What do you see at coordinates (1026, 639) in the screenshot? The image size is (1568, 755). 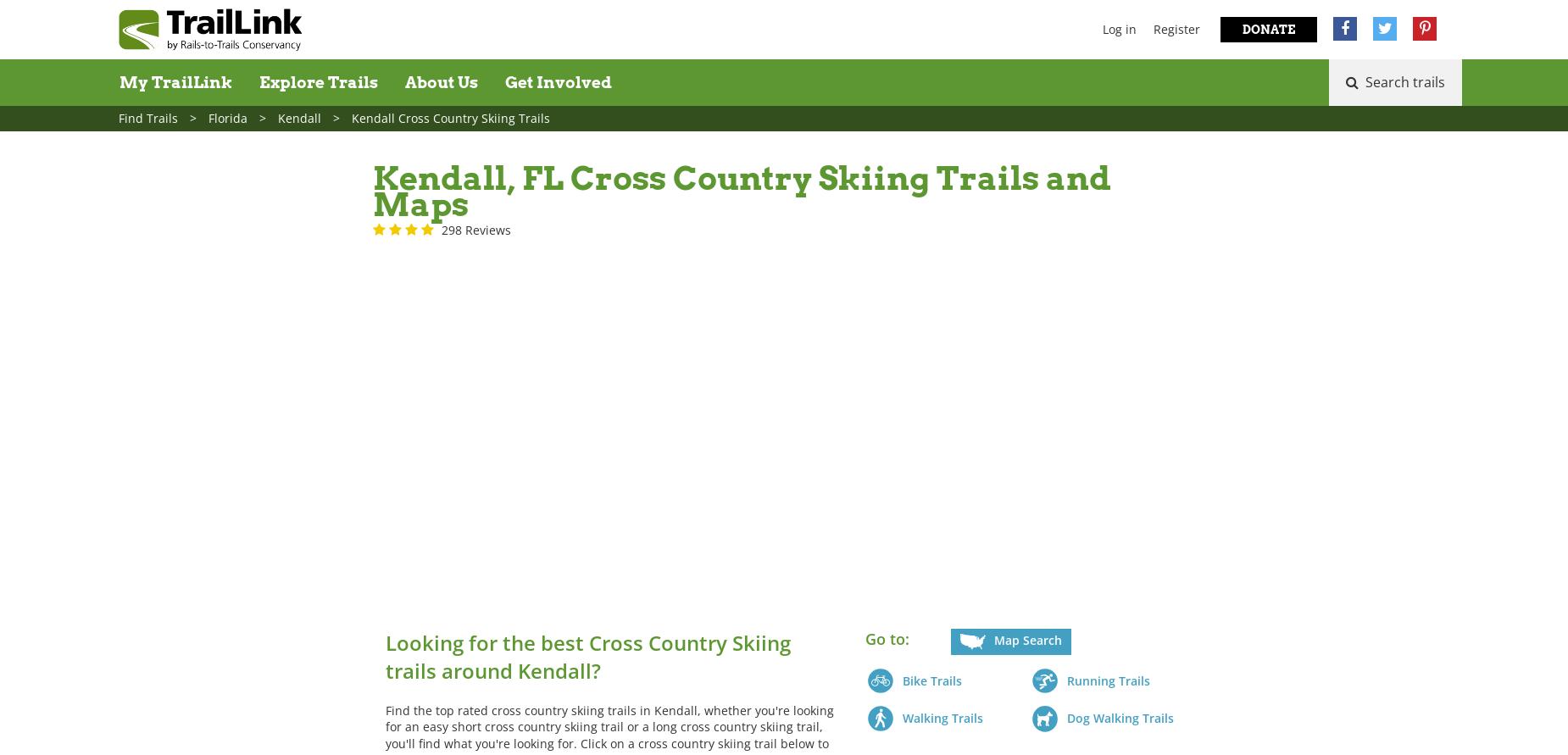 I see `'Map Search'` at bounding box center [1026, 639].